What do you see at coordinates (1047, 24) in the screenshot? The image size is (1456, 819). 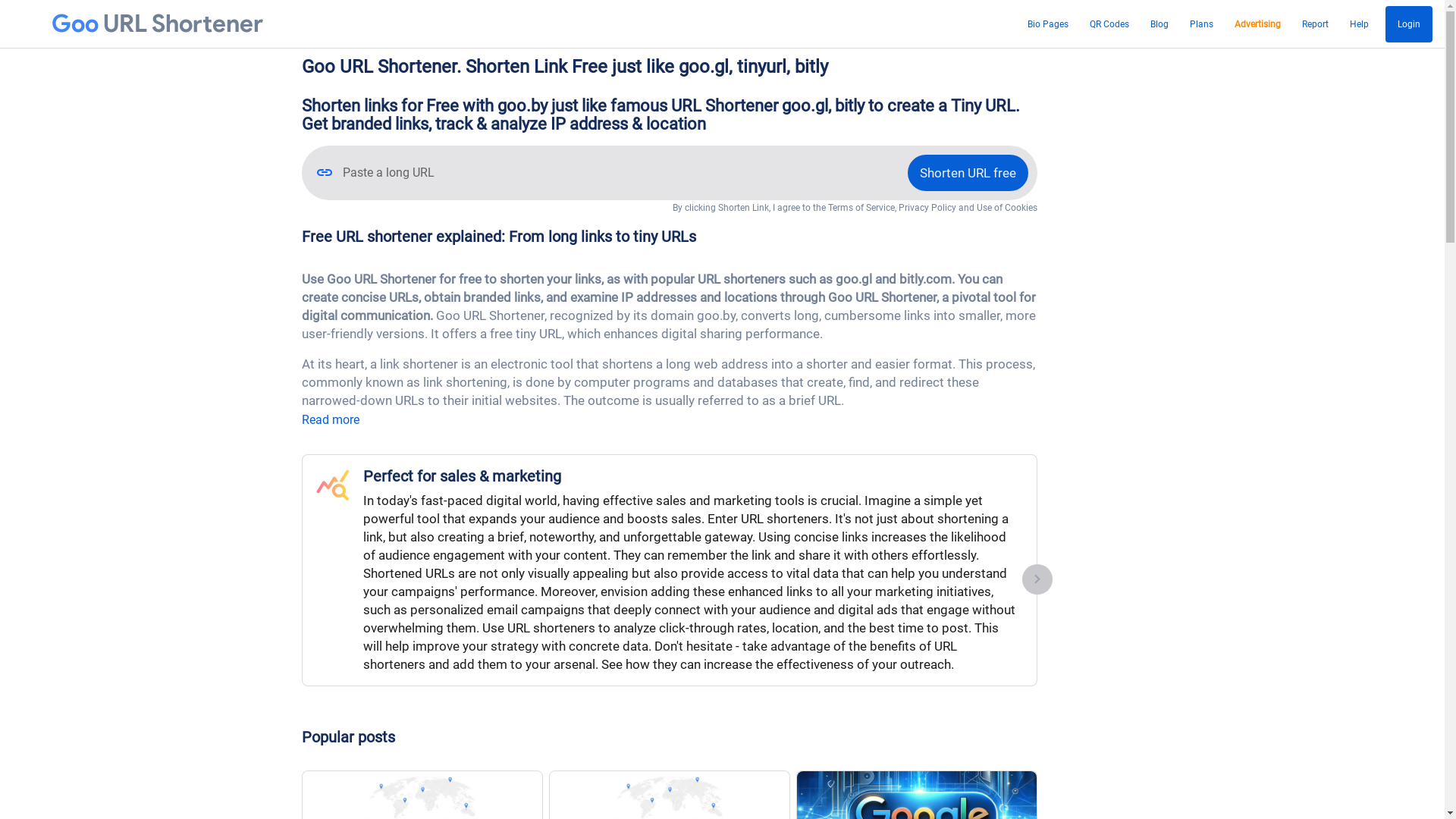 I see `'Bio Pages'` at bounding box center [1047, 24].